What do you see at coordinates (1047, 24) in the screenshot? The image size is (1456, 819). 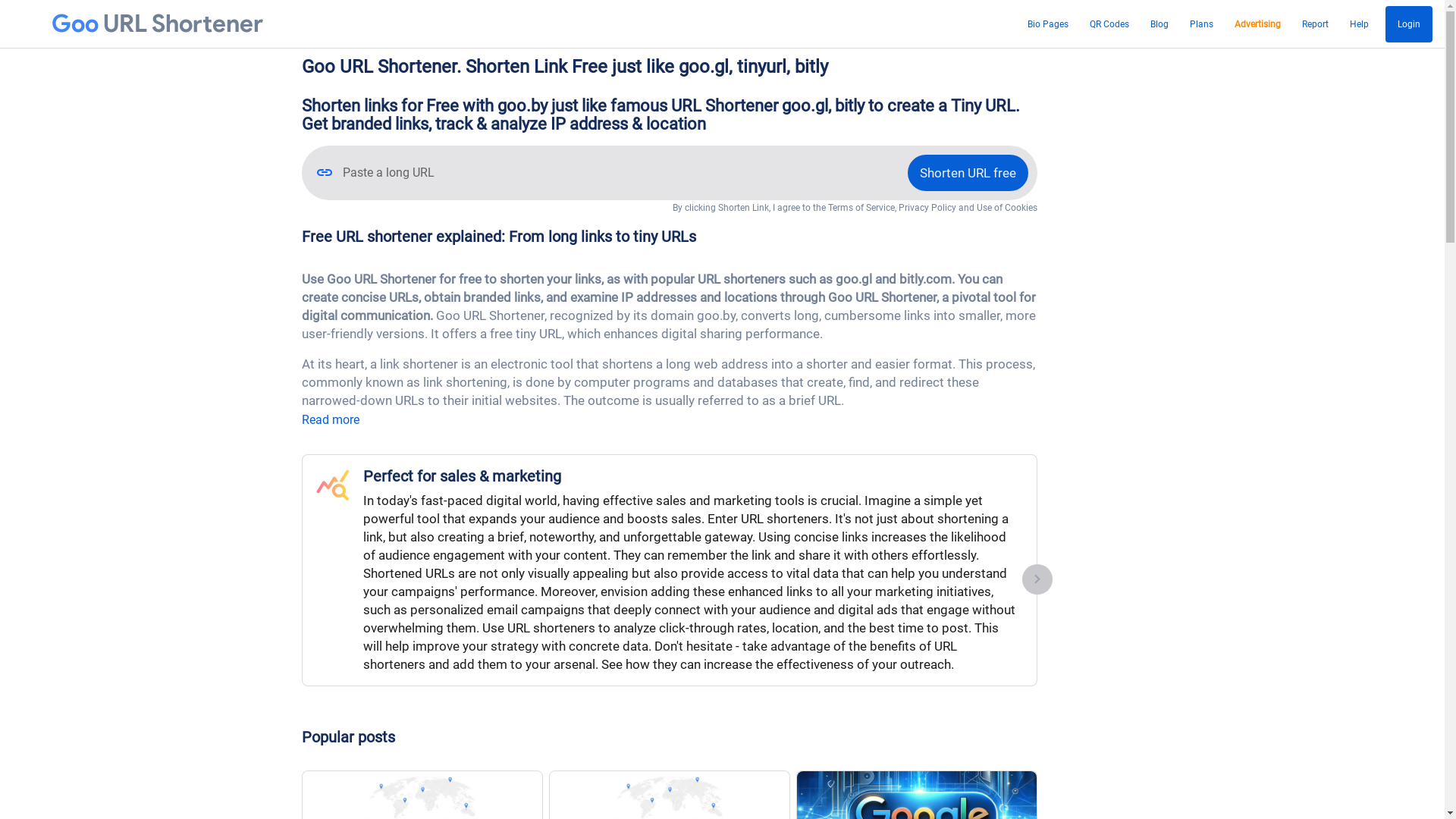 I see `'Bio Pages'` at bounding box center [1047, 24].